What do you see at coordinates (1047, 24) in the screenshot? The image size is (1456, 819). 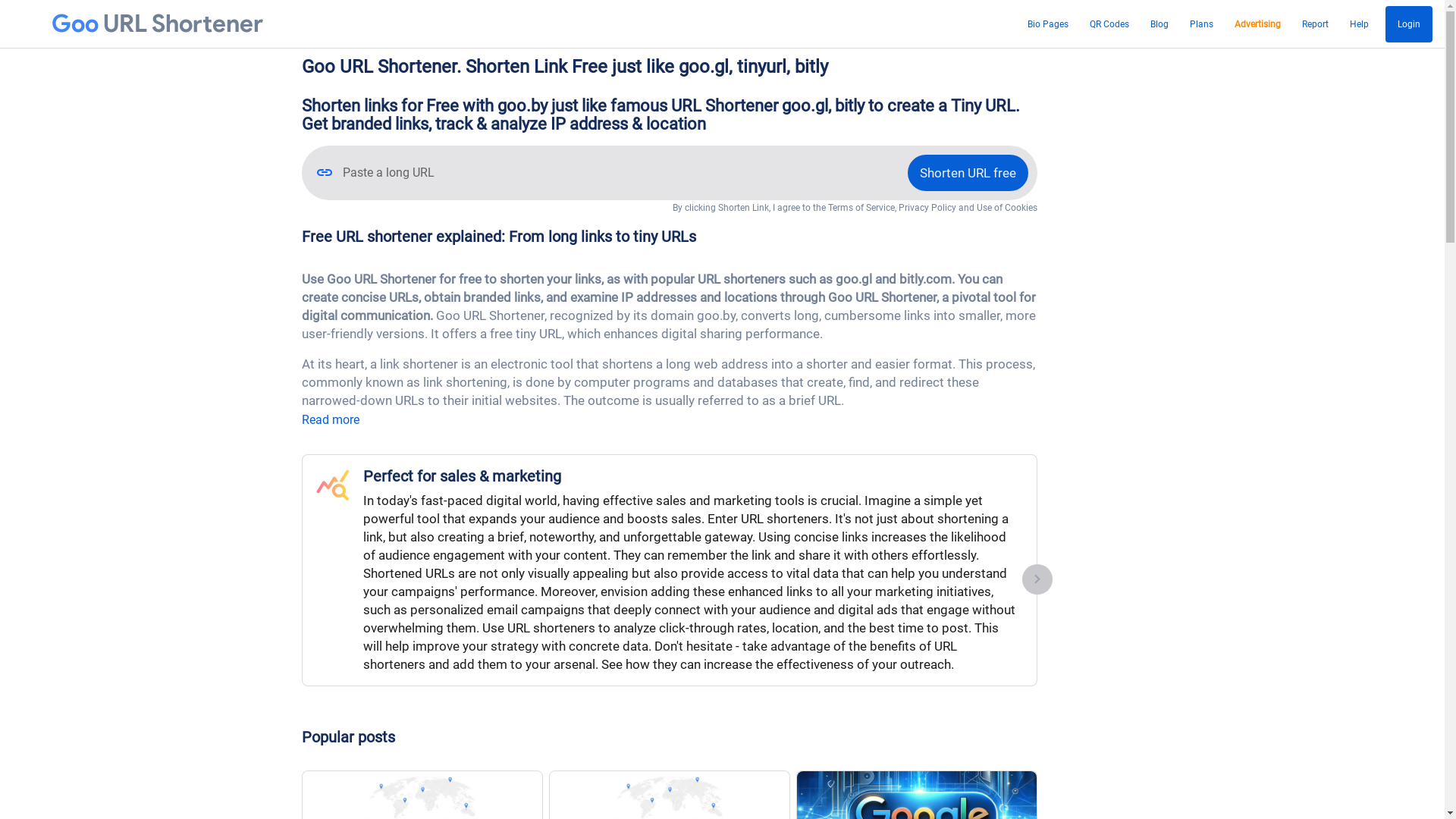 I see `'Bio Pages'` at bounding box center [1047, 24].